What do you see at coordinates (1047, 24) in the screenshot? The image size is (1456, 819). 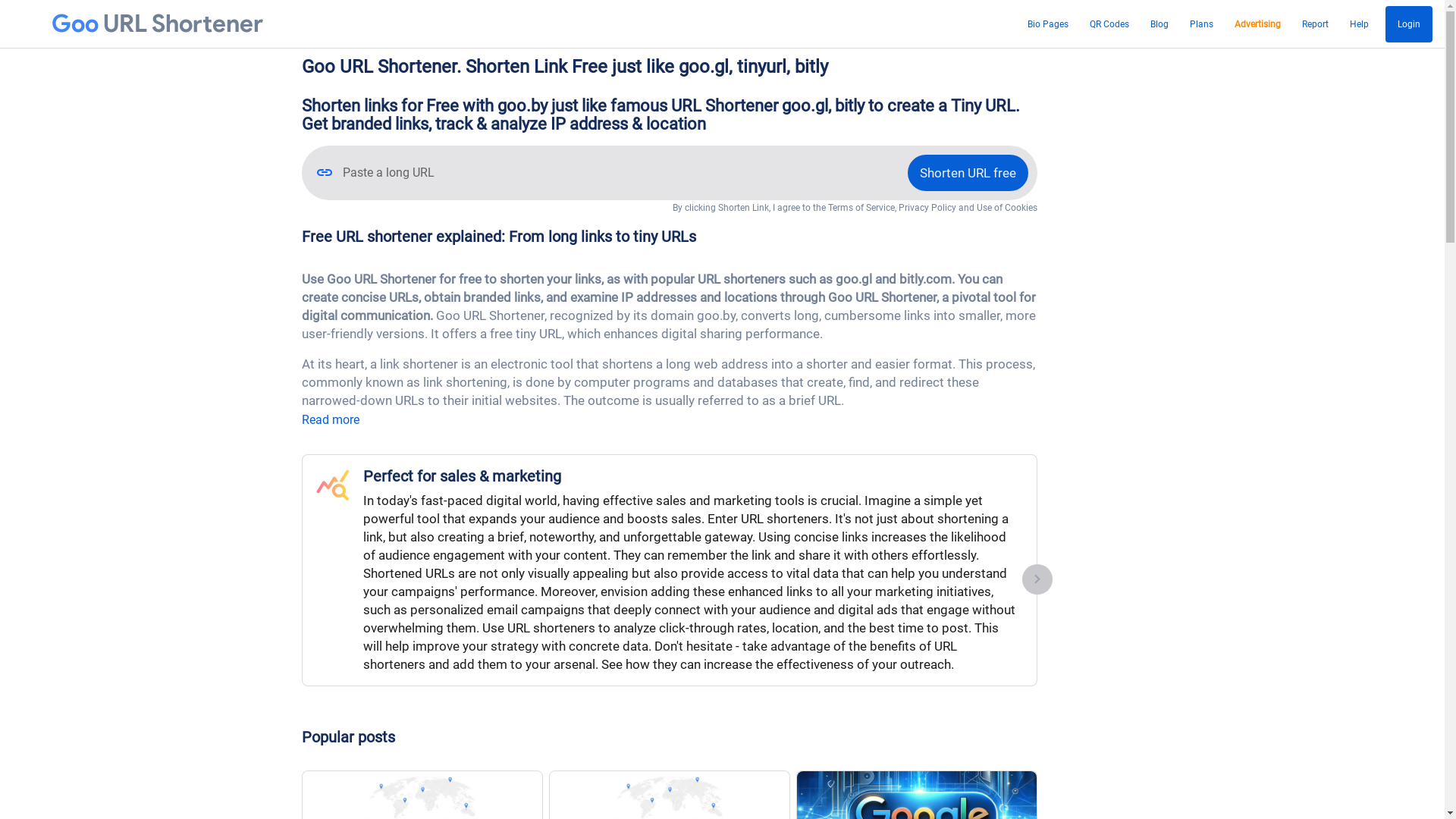 I see `'Bio Pages'` at bounding box center [1047, 24].